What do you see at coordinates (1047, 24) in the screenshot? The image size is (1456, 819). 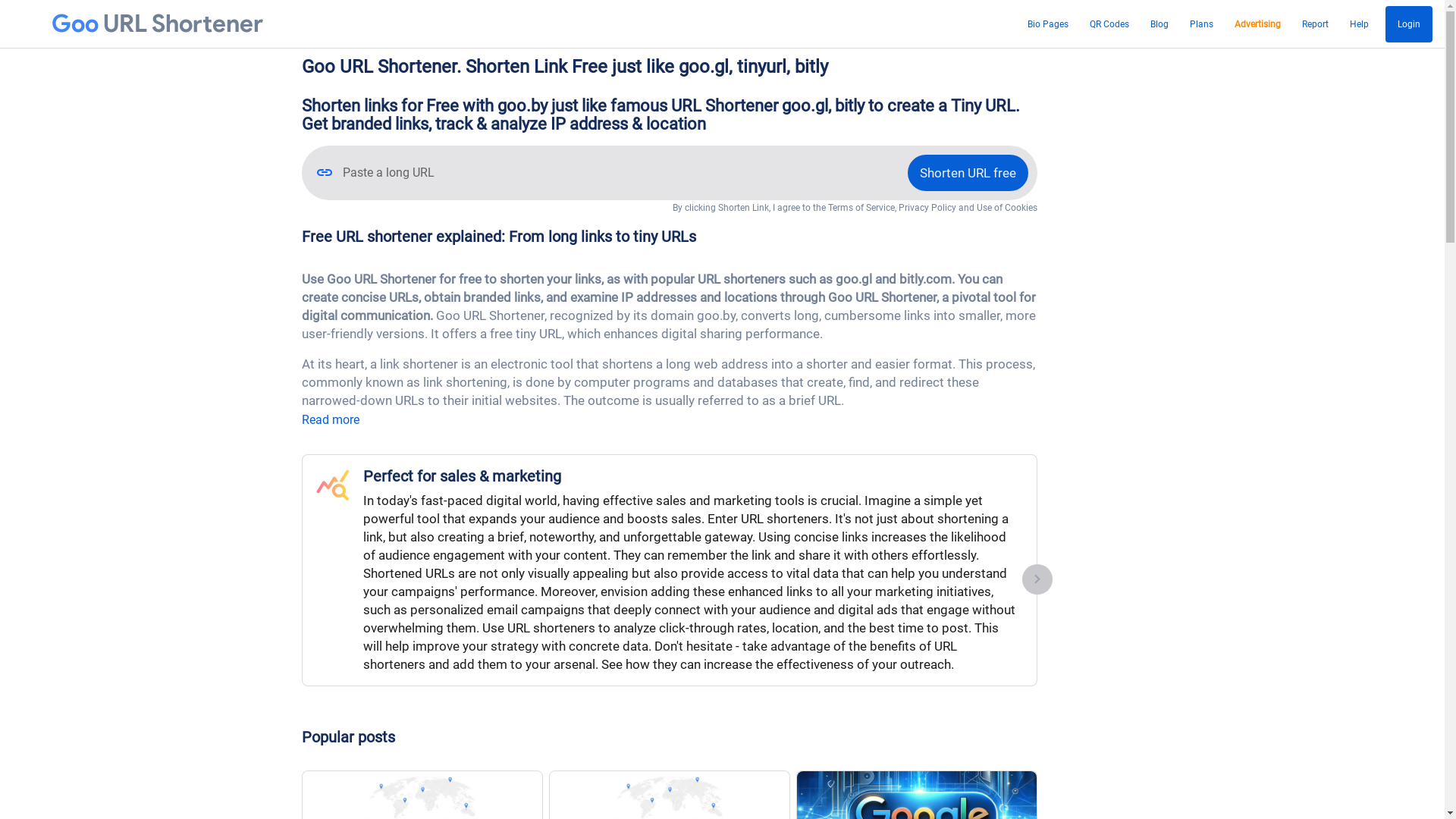 I see `'Bio Pages'` at bounding box center [1047, 24].